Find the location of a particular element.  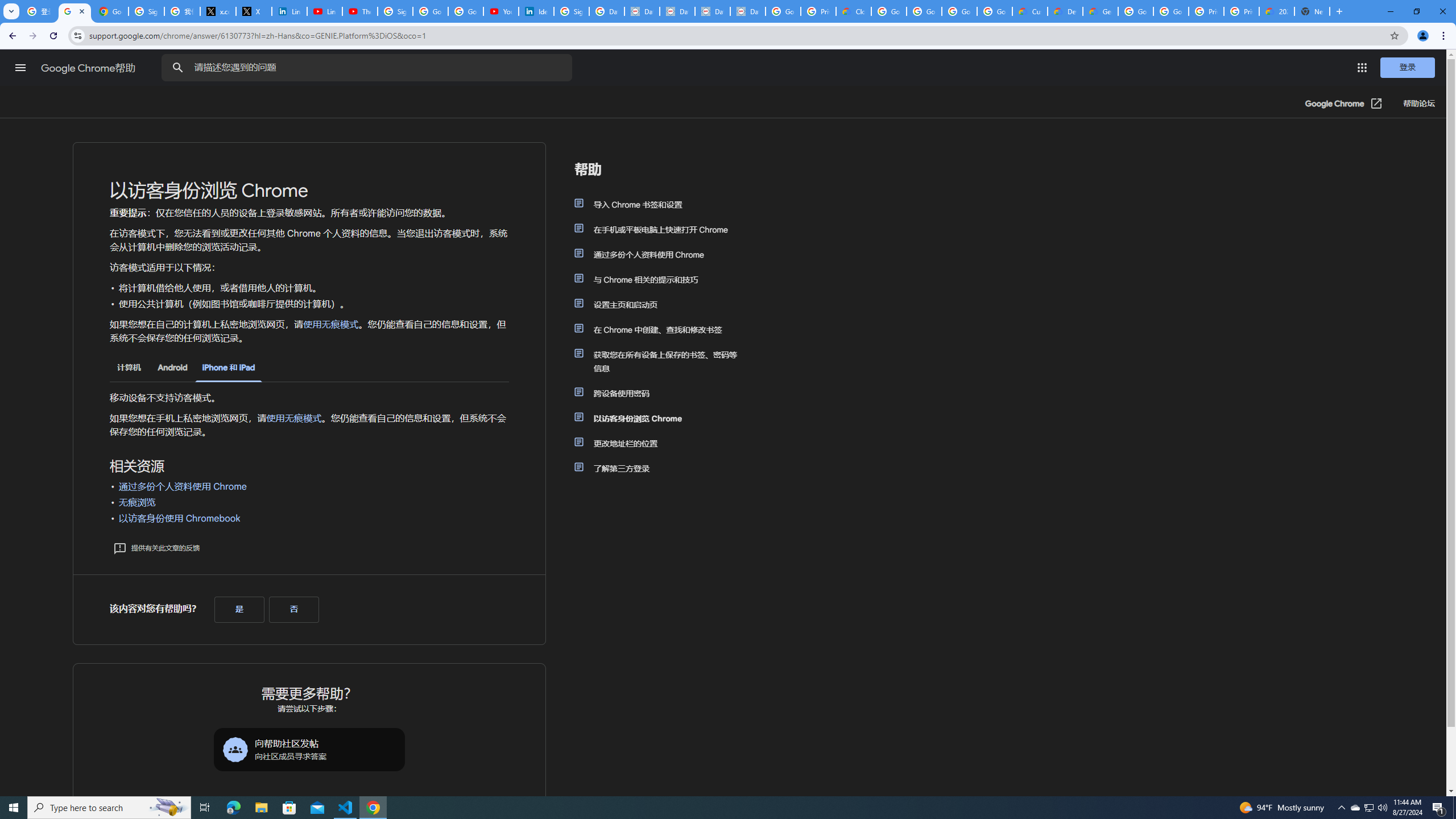

'Customer Care | Google Cloud' is located at coordinates (1029, 11).